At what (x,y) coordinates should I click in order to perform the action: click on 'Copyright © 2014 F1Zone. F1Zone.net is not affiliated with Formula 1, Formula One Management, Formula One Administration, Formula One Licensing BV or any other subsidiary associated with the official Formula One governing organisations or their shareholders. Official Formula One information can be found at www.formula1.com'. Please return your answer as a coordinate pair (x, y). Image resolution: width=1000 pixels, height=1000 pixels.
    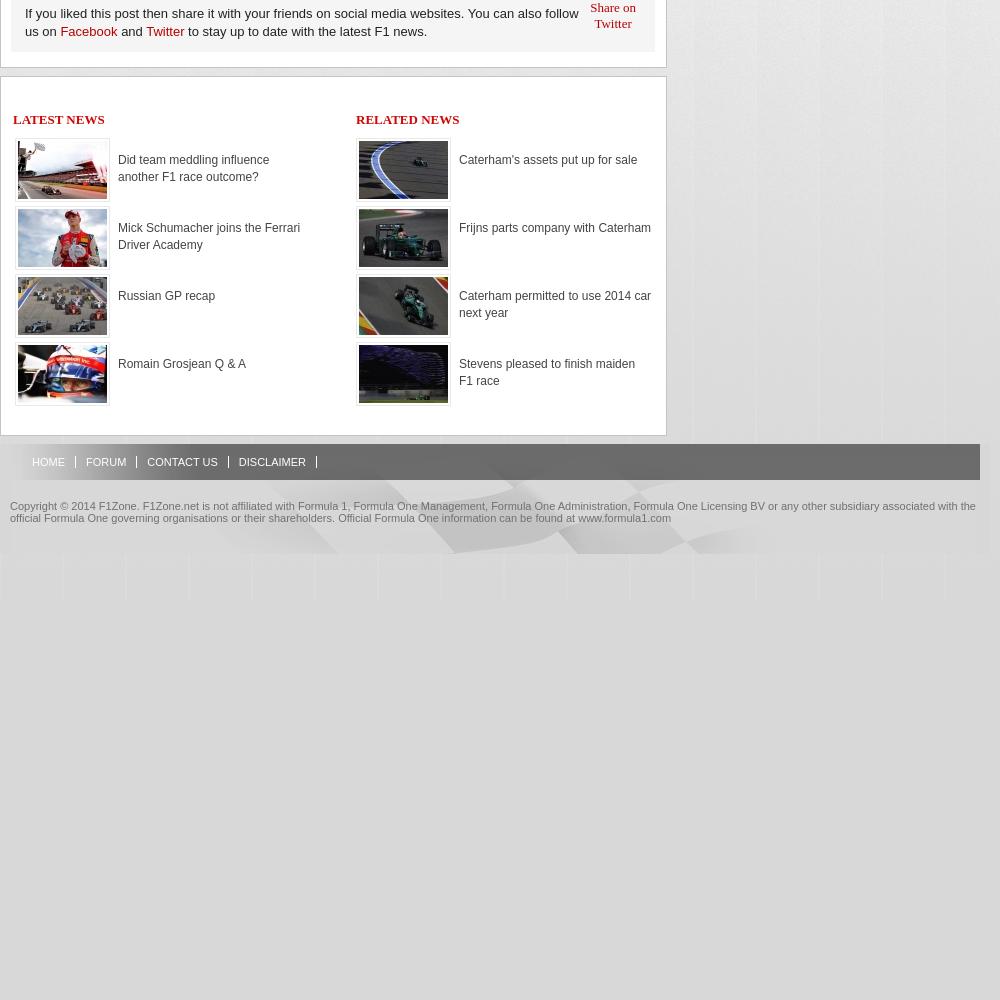
    Looking at the image, I should click on (10, 512).